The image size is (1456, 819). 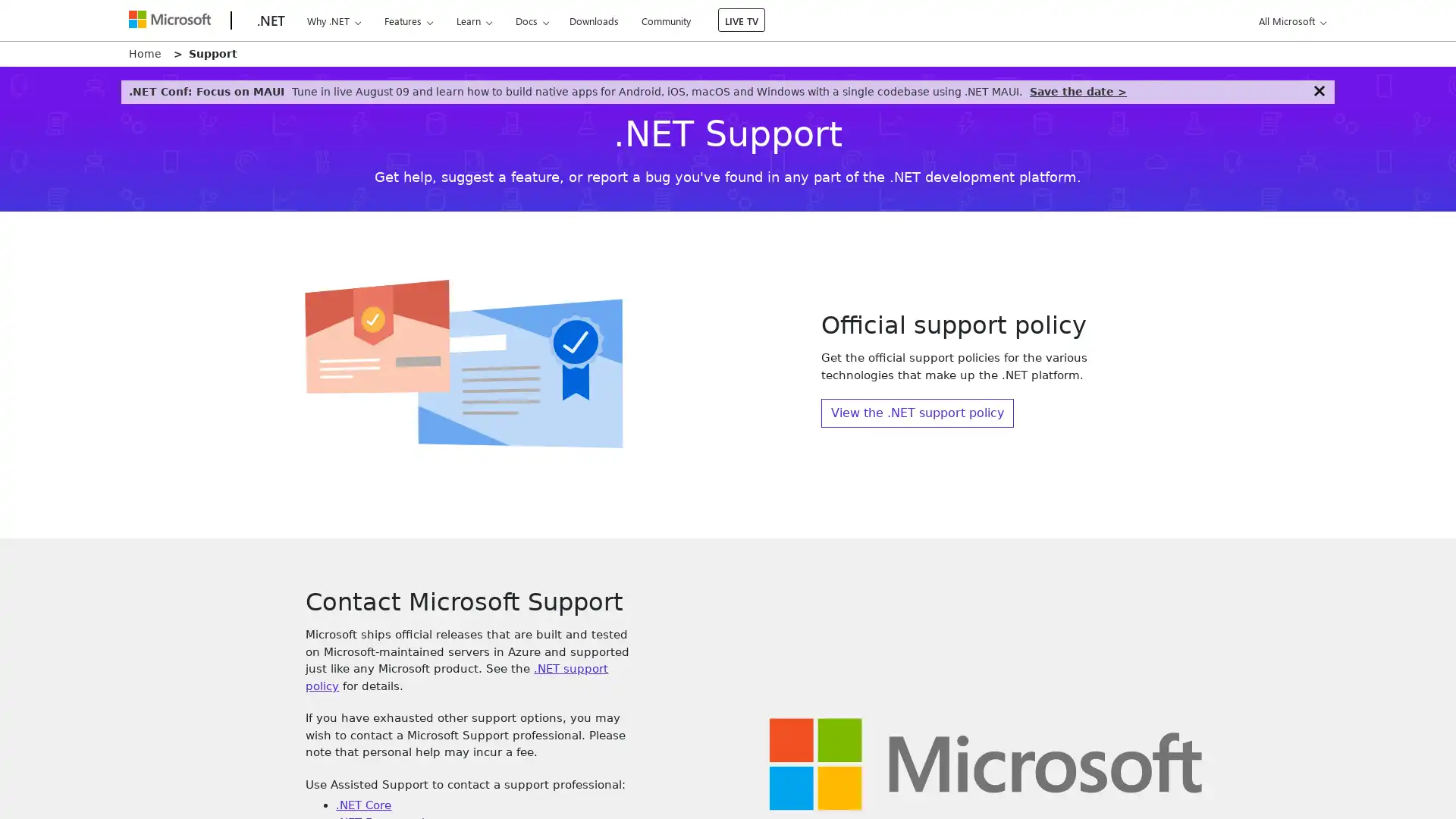 What do you see at coordinates (532, 20) in the screenshot?
I see `Docs` at bounding box center [532, 20].